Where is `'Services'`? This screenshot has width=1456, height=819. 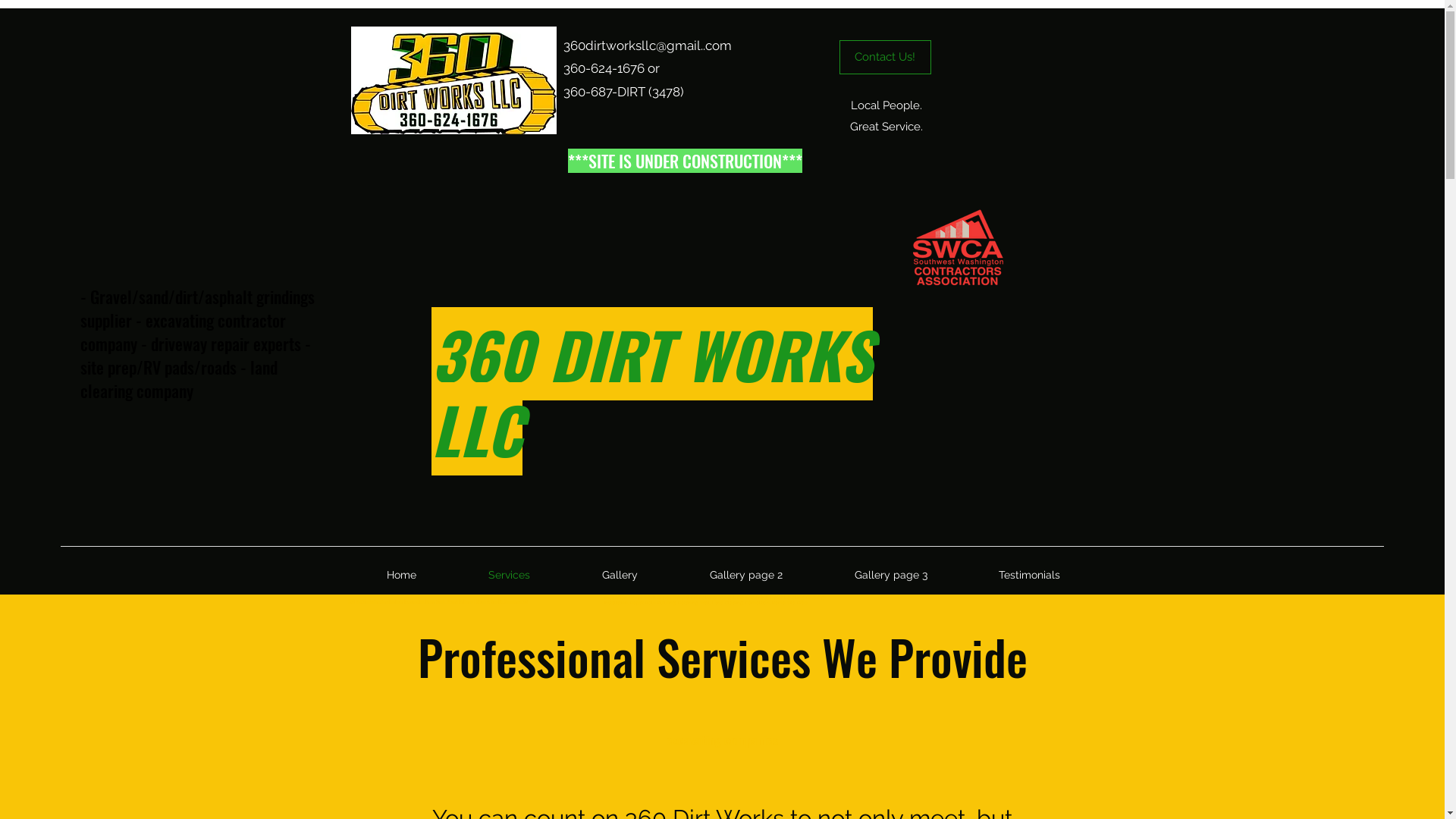 'Services' is located at coordinates (509, 575).